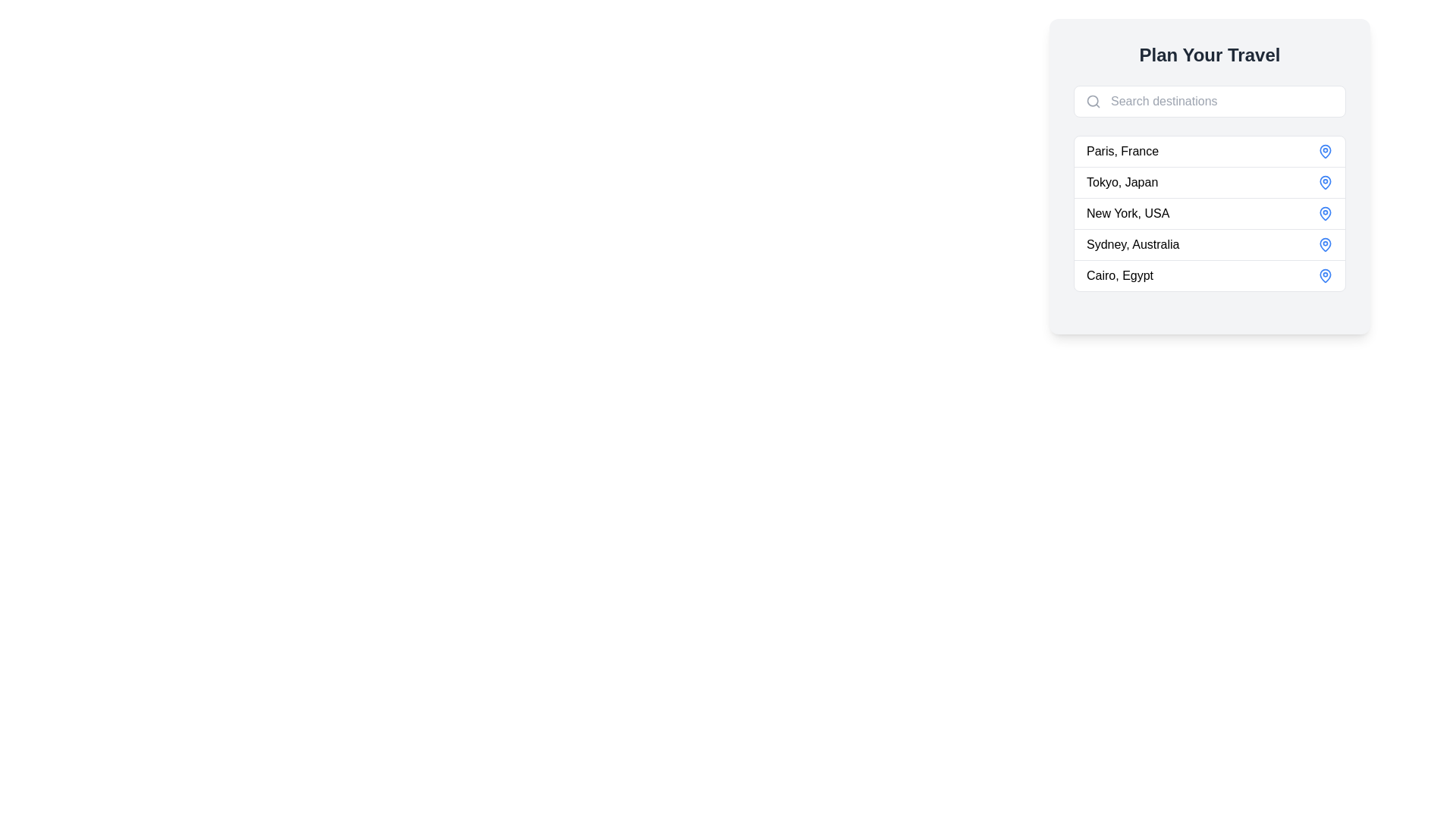 This screenshot has height=819, width=1456. What do you see at coordinates (1122, 152) in the screenshot?
I see `the destination label 'Paris, France'` at bounding box center [1122, 152].